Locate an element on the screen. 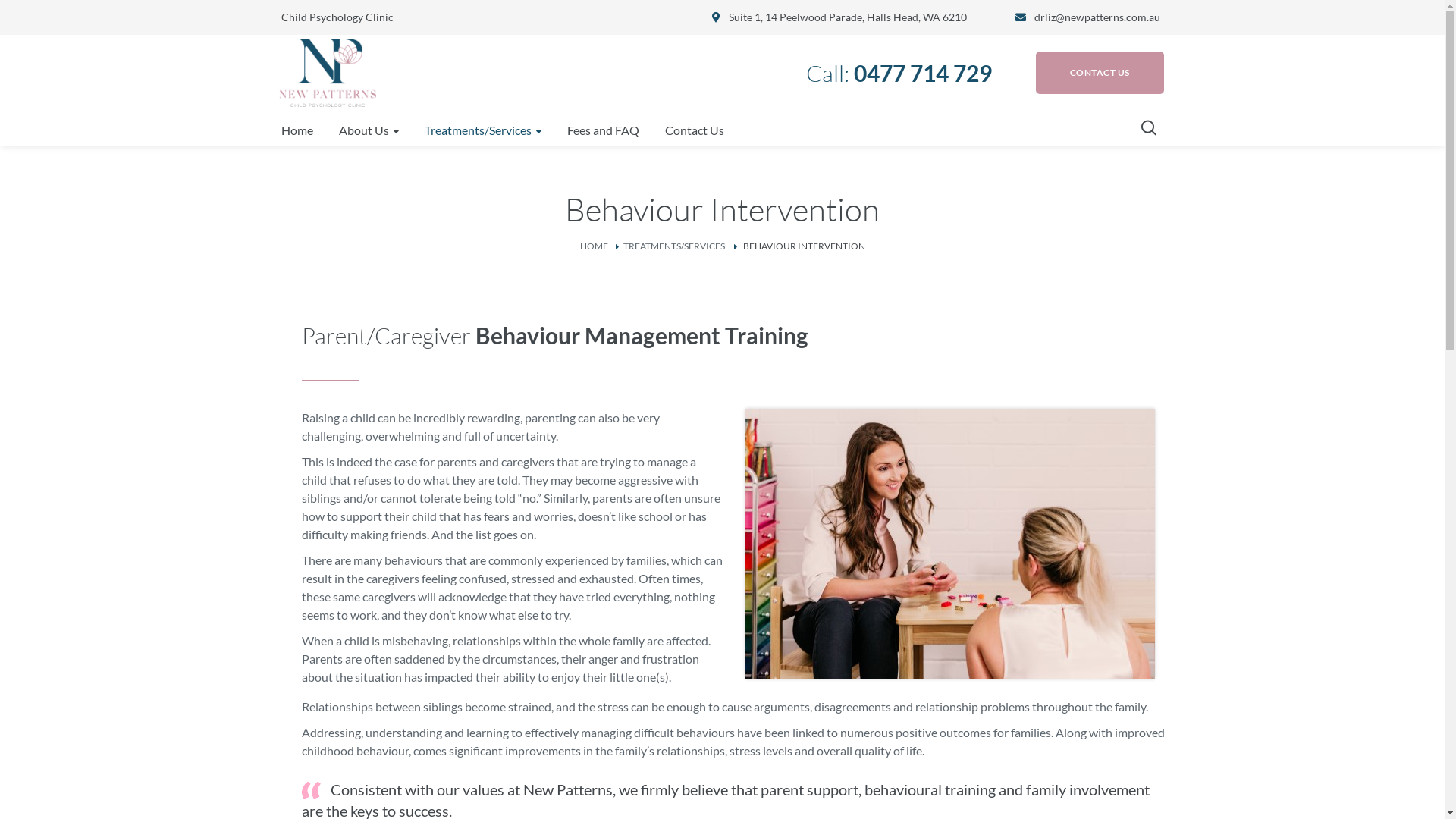 The image size is (1456, 819). 'Treatments/Services' is located at coordinates (482, 130).